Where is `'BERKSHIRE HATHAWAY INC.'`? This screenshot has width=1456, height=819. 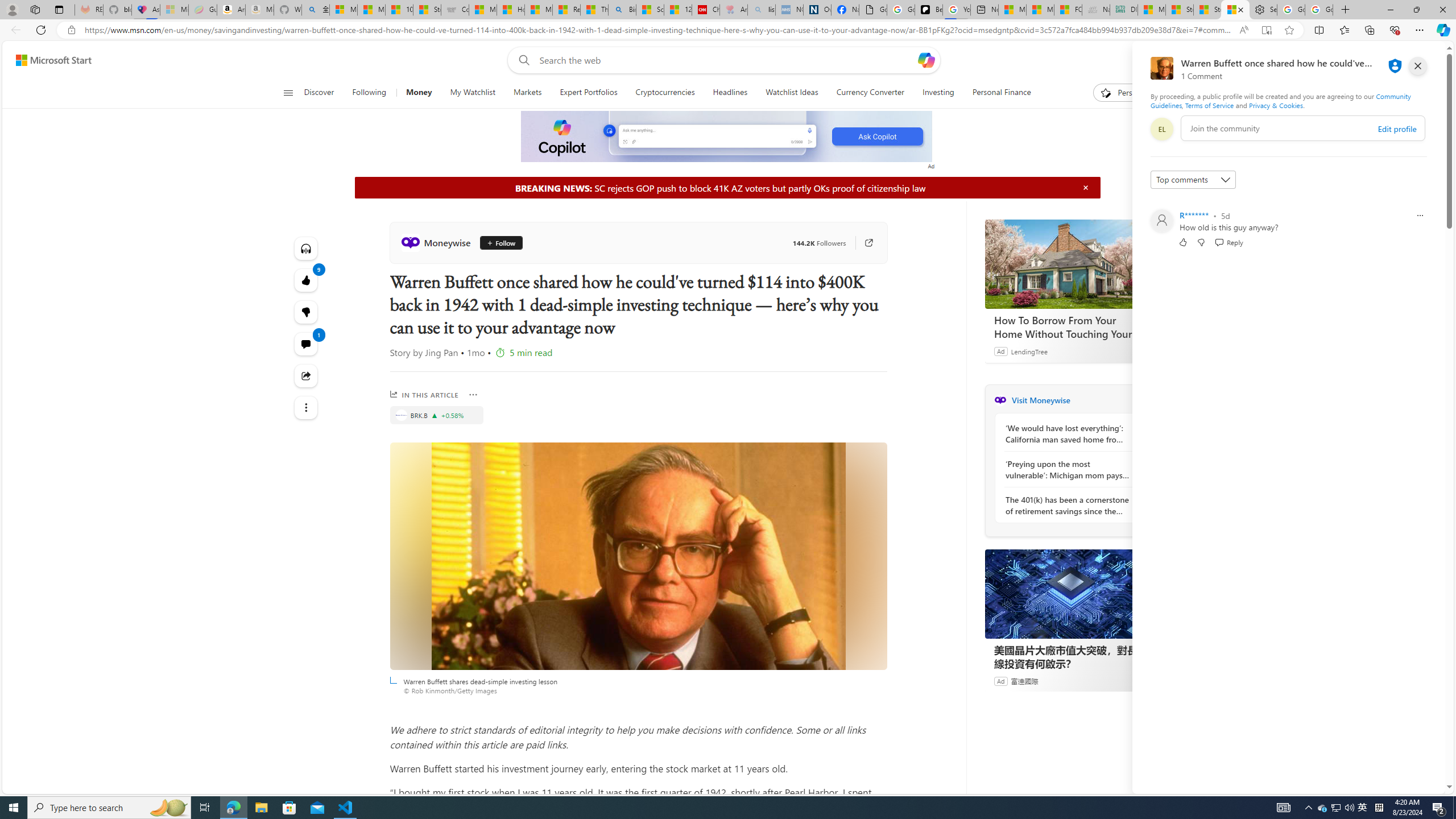
'BERKSHIRE HATHAWAY INC.' is located at coordinates (401, 415).